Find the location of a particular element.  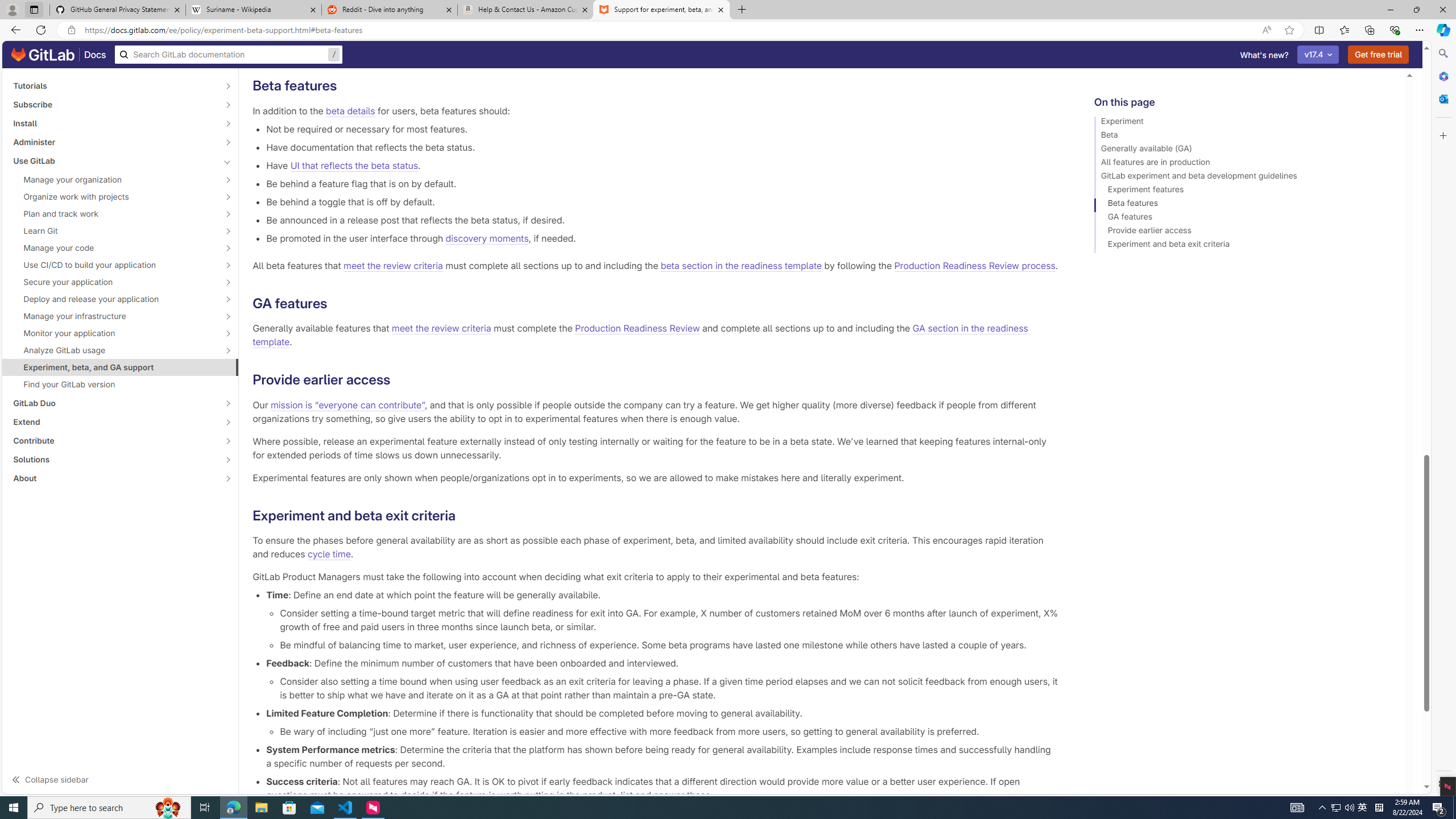

'Install' is located at coordinates (113, 122).